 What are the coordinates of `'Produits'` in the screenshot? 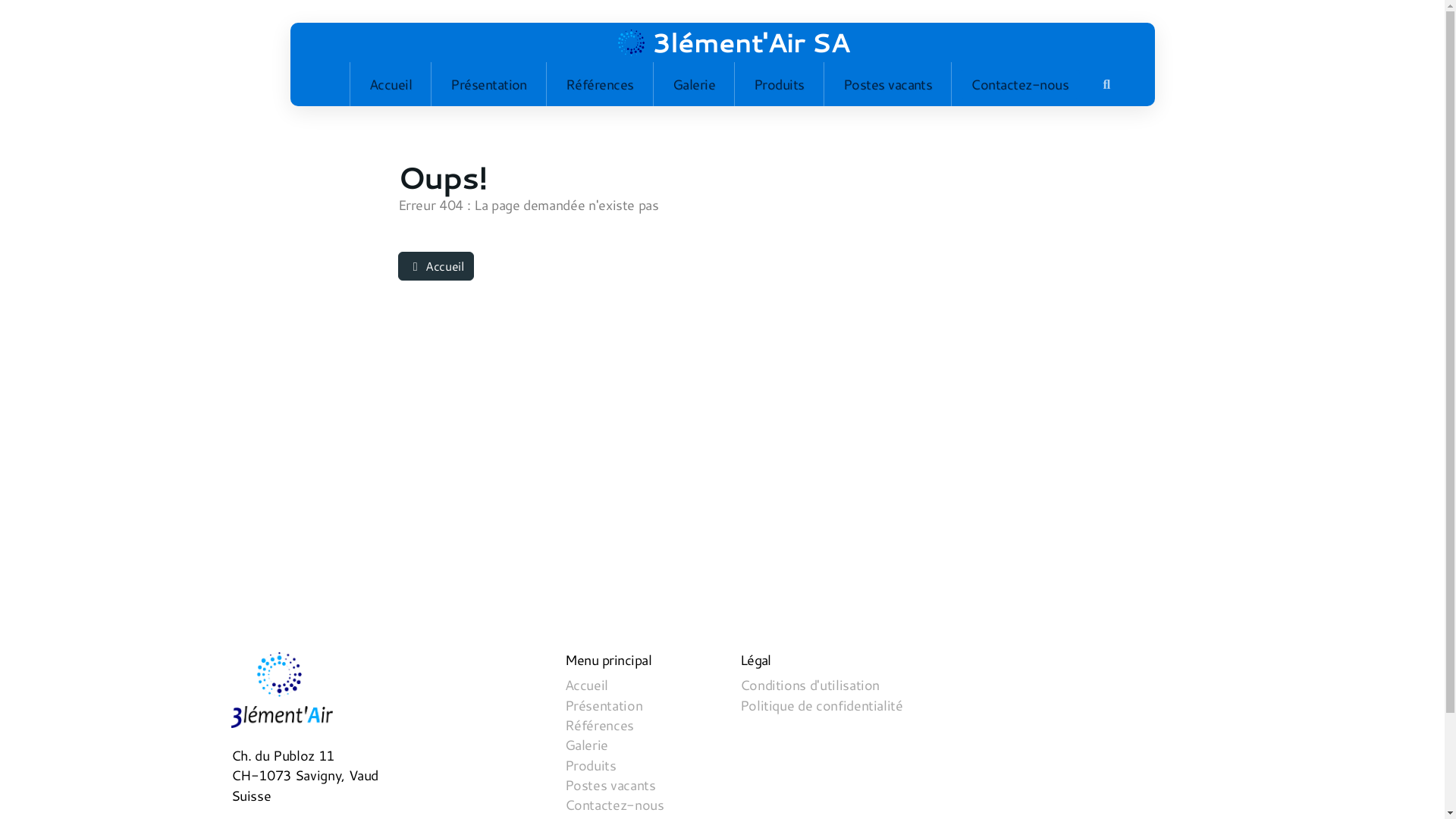 It's located at (588, 765).